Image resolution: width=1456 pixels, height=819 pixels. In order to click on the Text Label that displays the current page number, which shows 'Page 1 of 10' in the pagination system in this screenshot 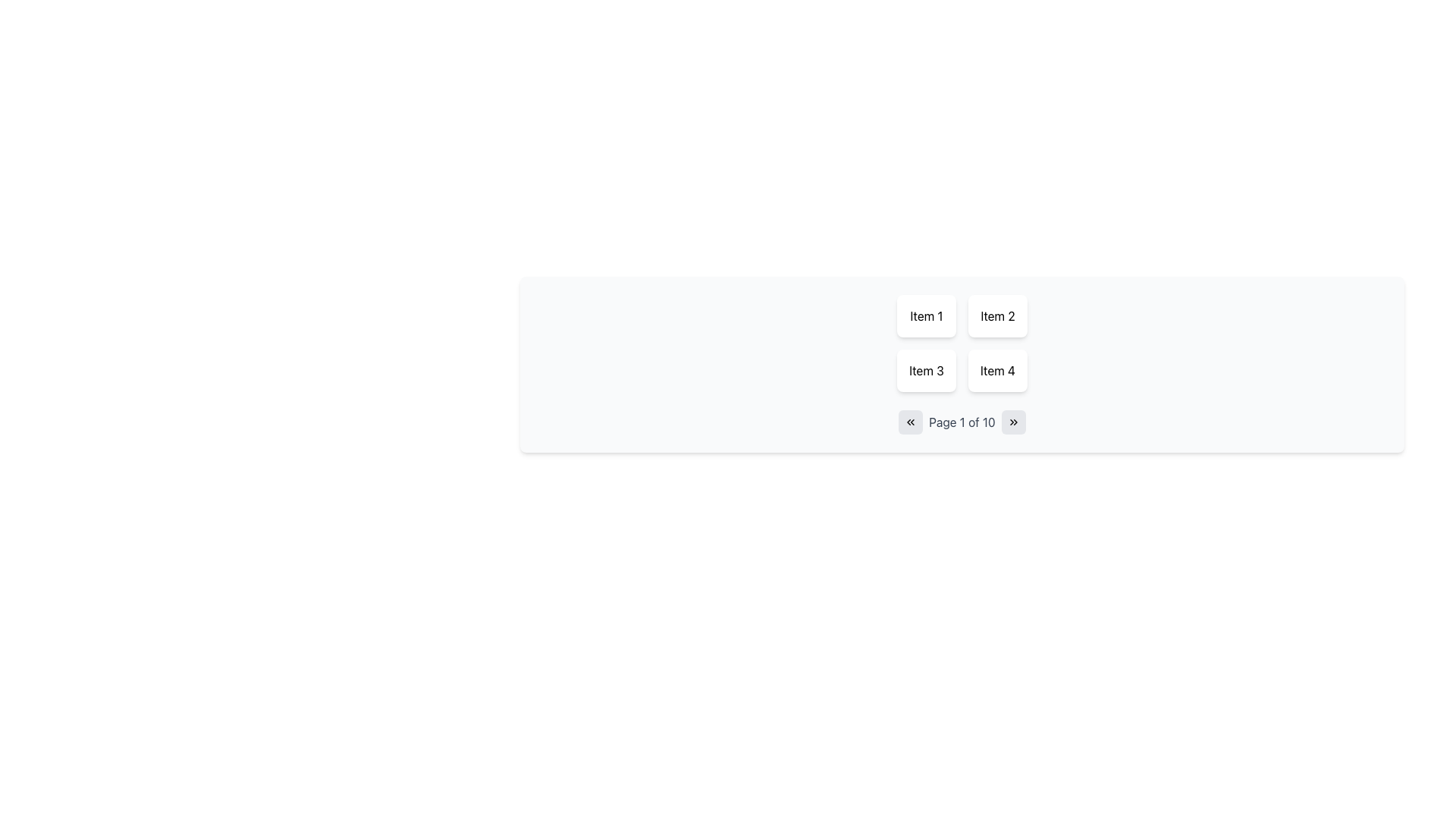, I will do `click(961, 422)`.